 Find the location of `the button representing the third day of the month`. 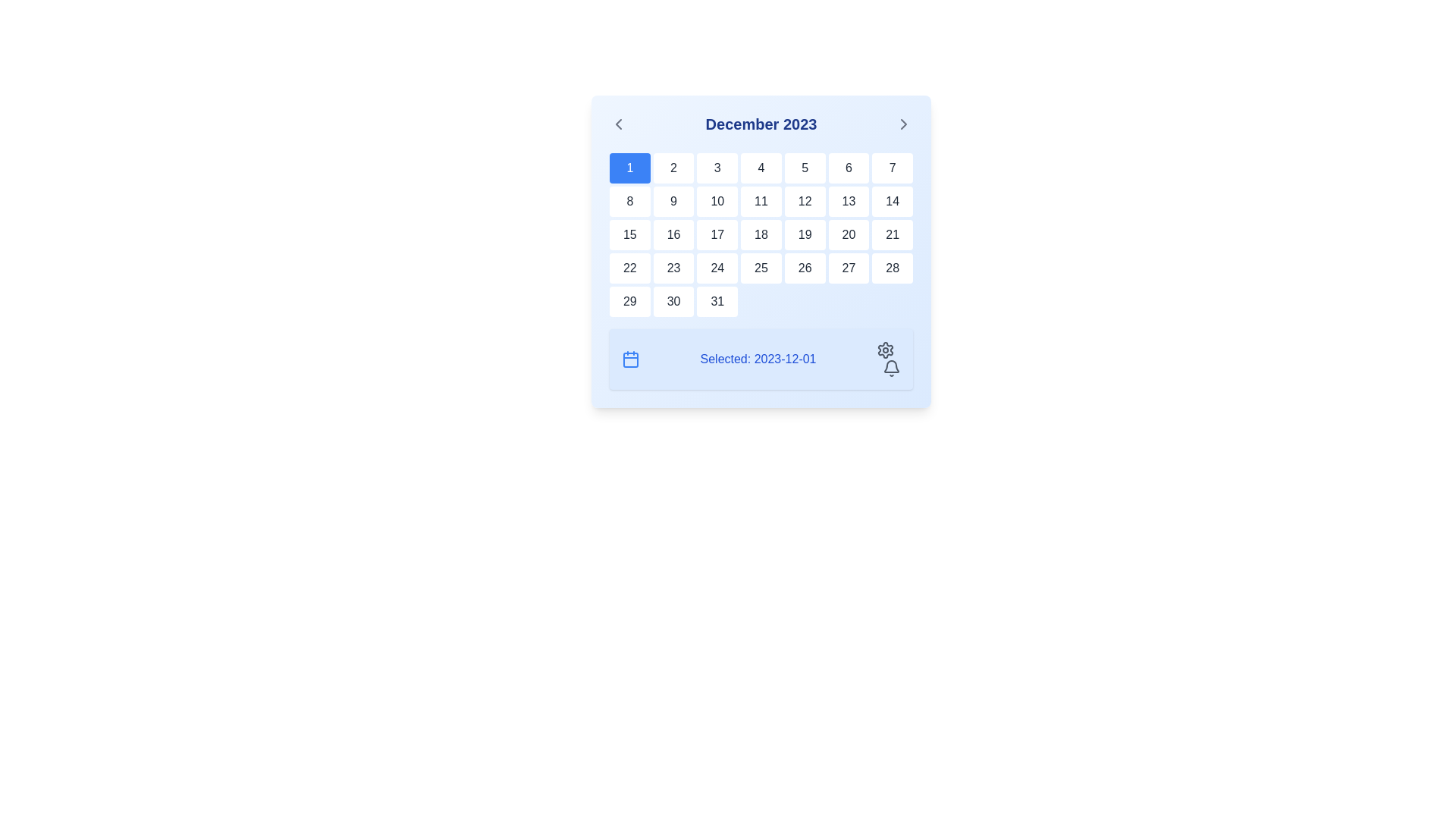

the button representing the third day of the month is located at coordinates (716, 168).